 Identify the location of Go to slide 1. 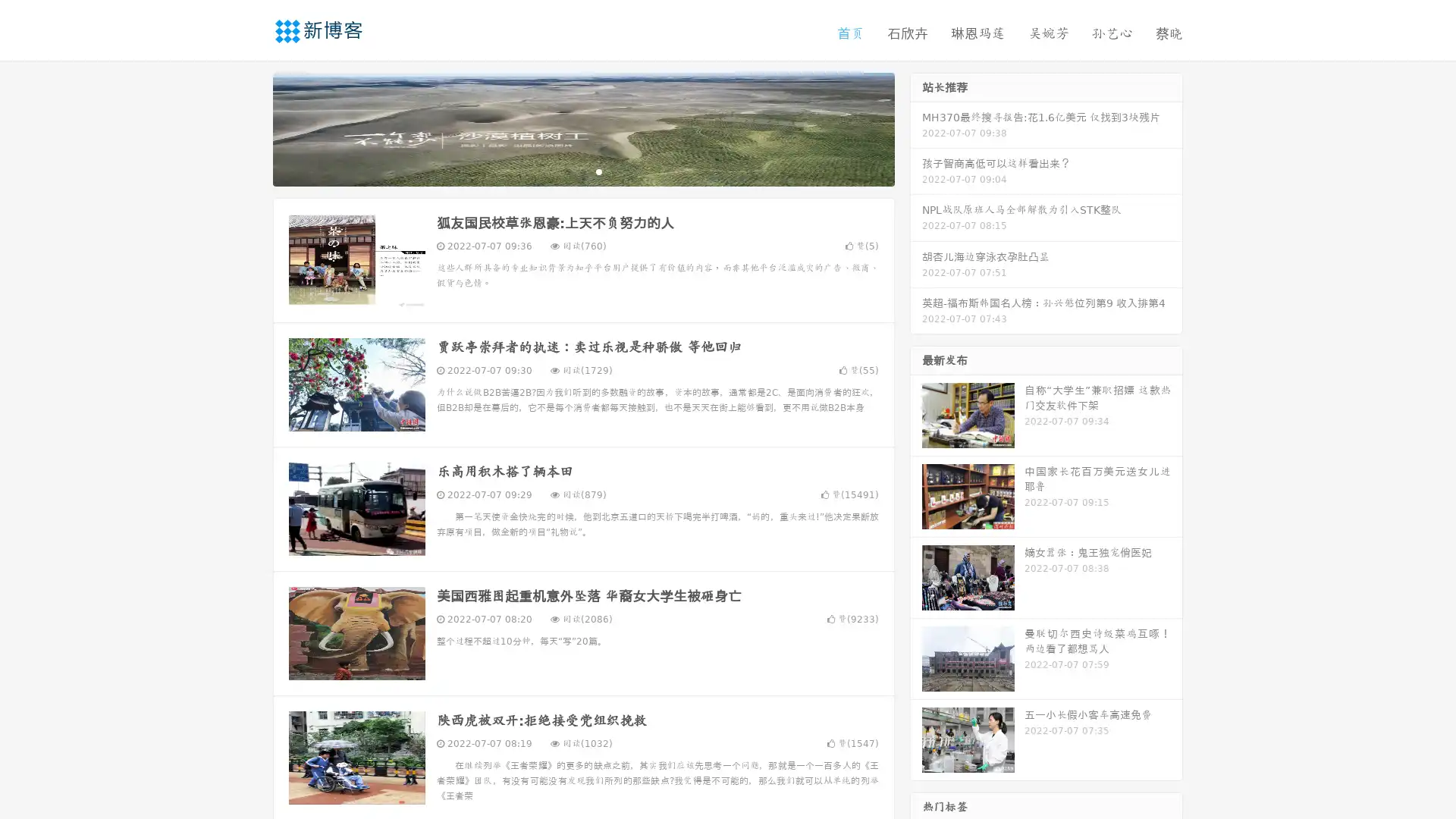
(567, 171).